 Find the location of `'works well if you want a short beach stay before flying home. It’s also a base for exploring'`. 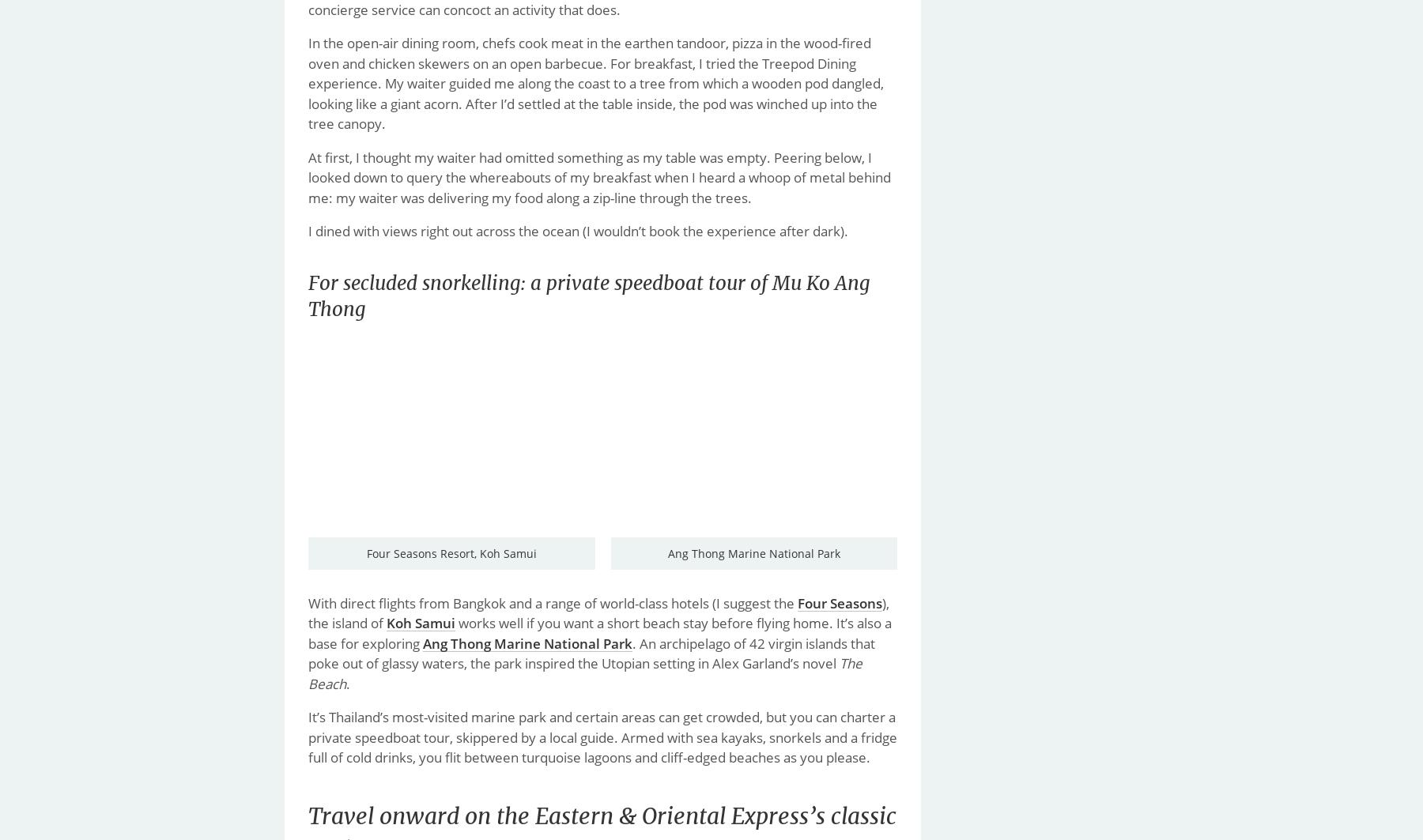

'works well if you want a short beach stay before flying home. It’s also a base for exploring' is located at coordinates (308, 631).